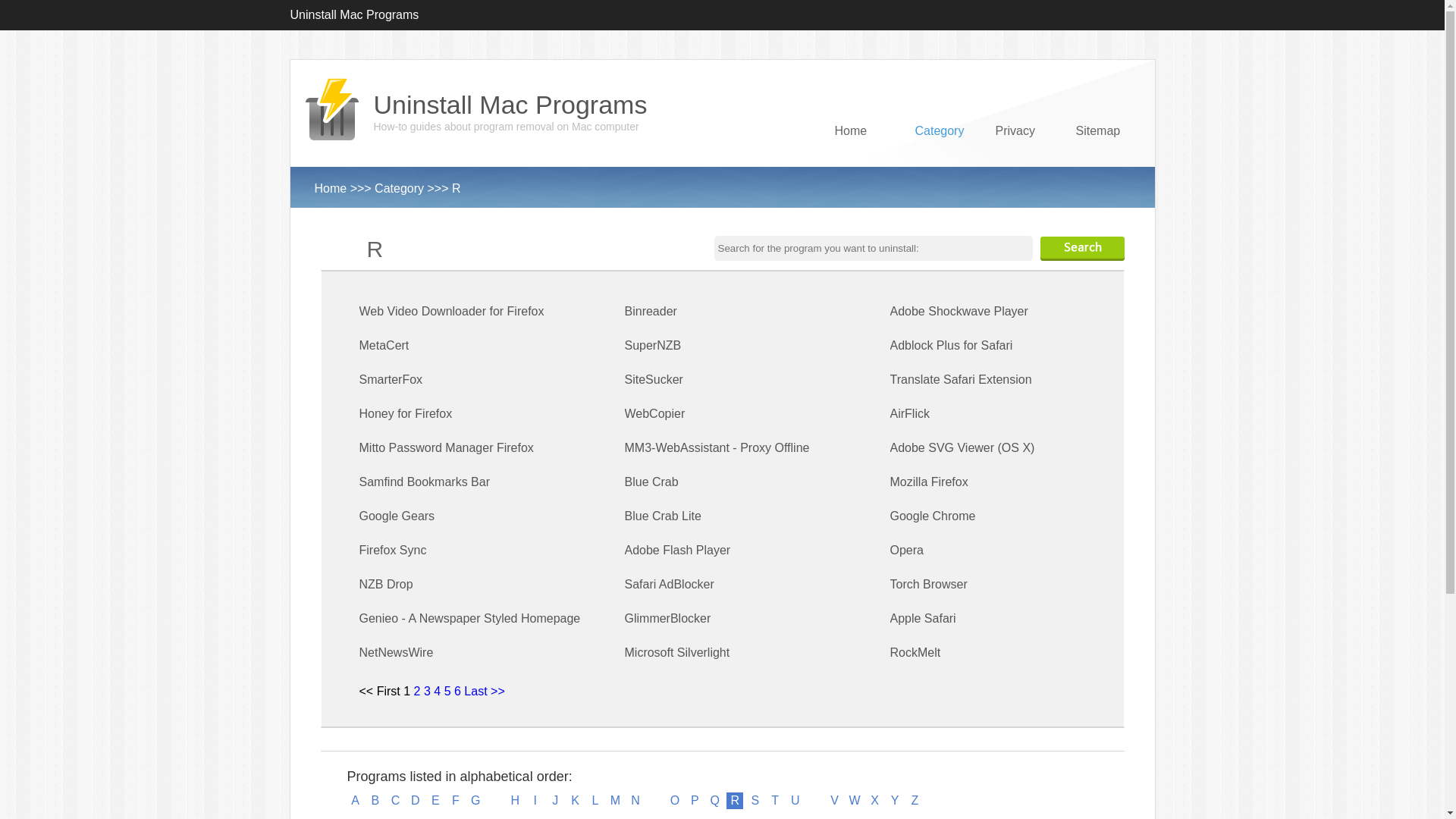 This screenshot has width=1456, height=819. I want to click on 'O', so click(673, 800).